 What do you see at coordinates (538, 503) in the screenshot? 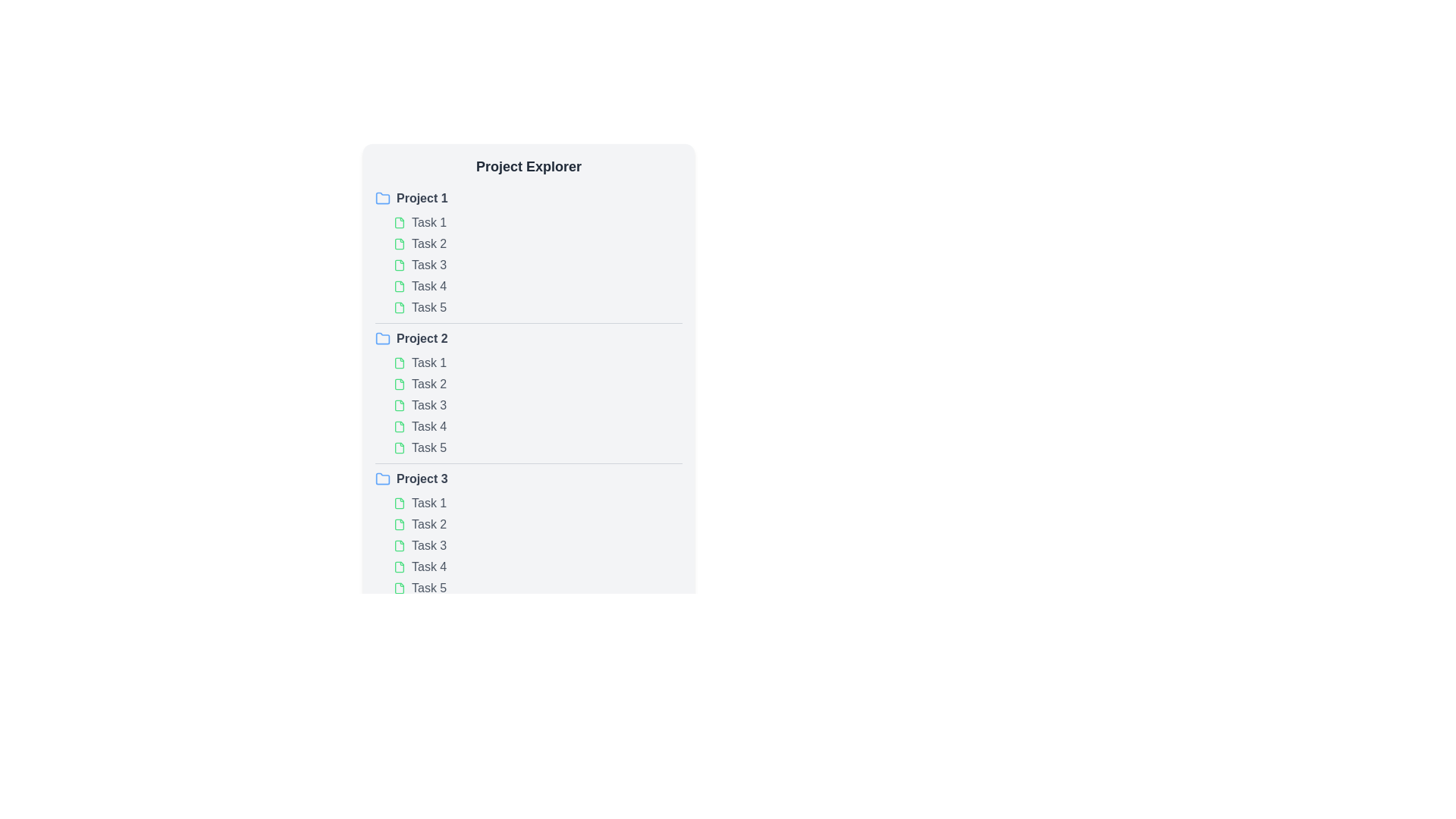
I see `the first task item under the 'Project 3' section in the project management interface` at bounding box center [538, 503].